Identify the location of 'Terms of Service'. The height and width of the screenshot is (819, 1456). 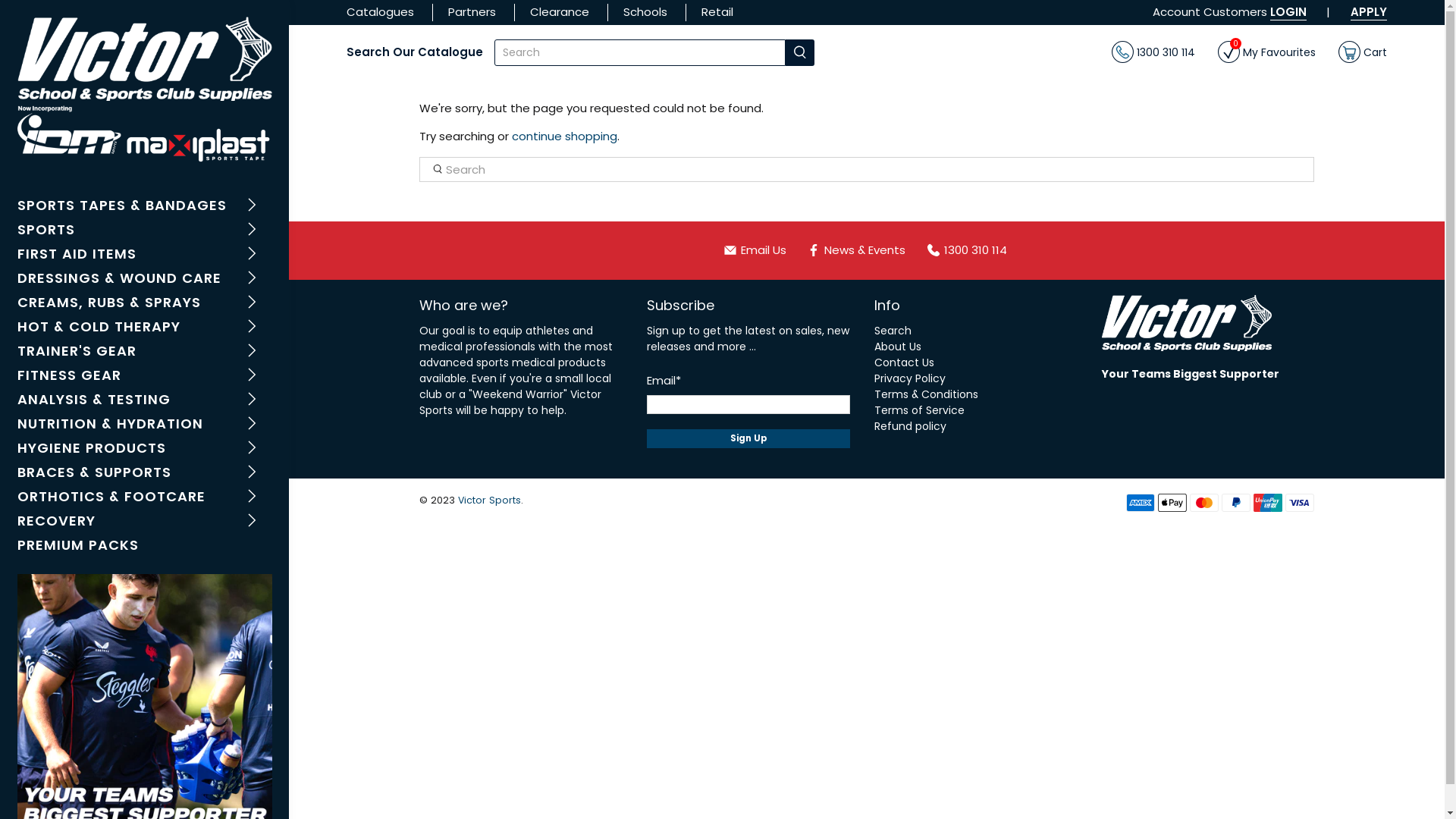
(918, 409).